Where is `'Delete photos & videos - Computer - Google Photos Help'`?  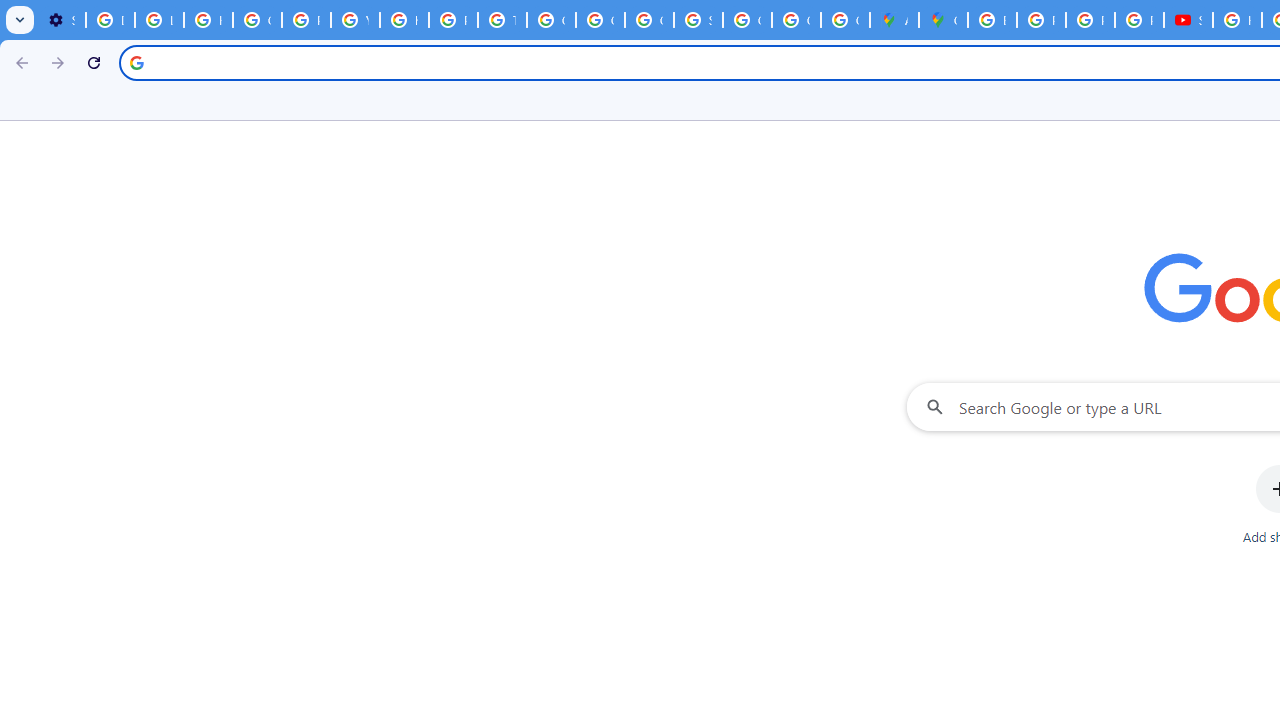 'Delete photos & videos - Computer - Google Photos Help' is located at coordinates (109, 20).